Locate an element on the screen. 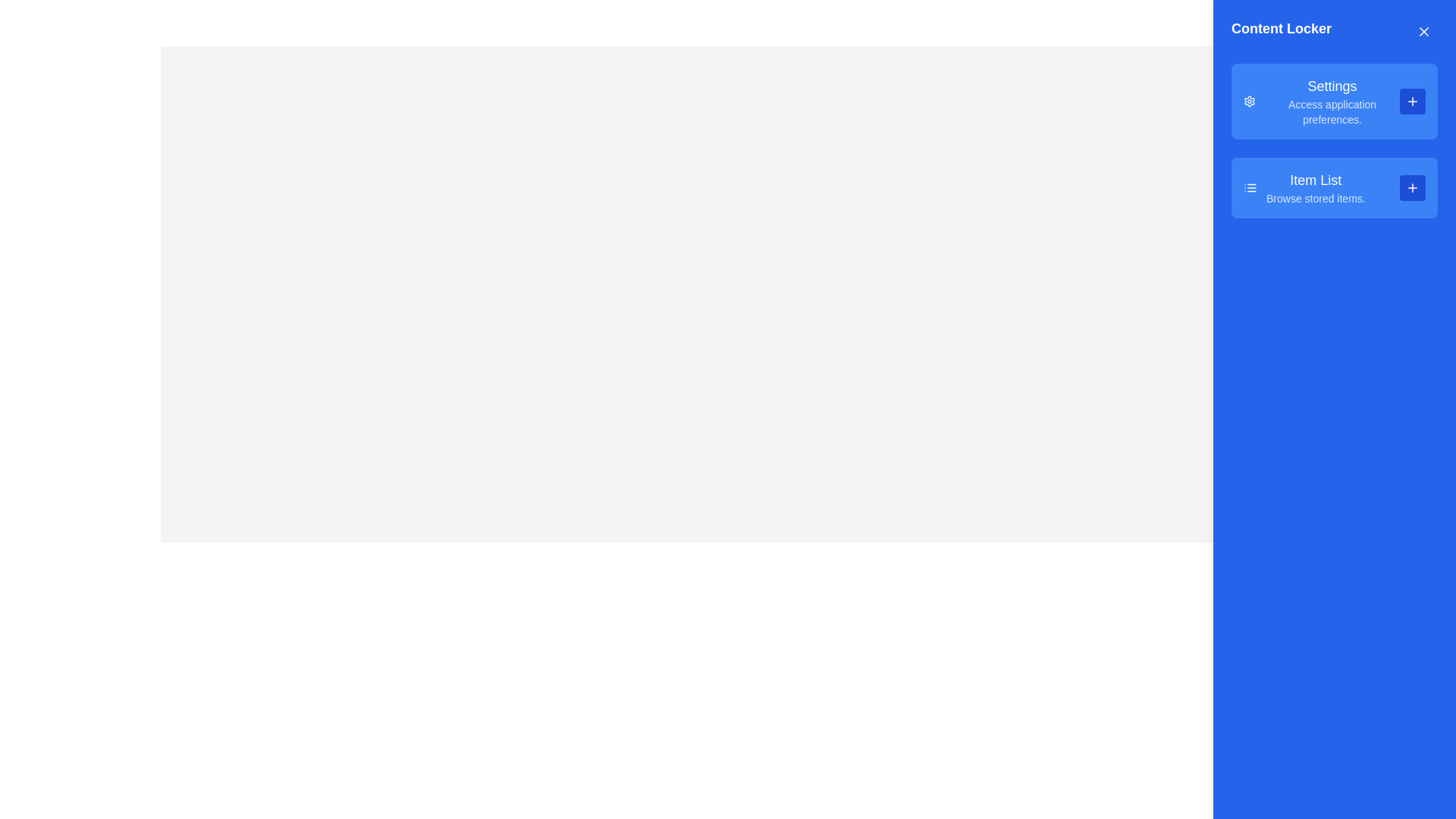  the circular settings icon located next to the 'Settings' label in the 'Content Locker' panel is located at coordinates (1250, 102).